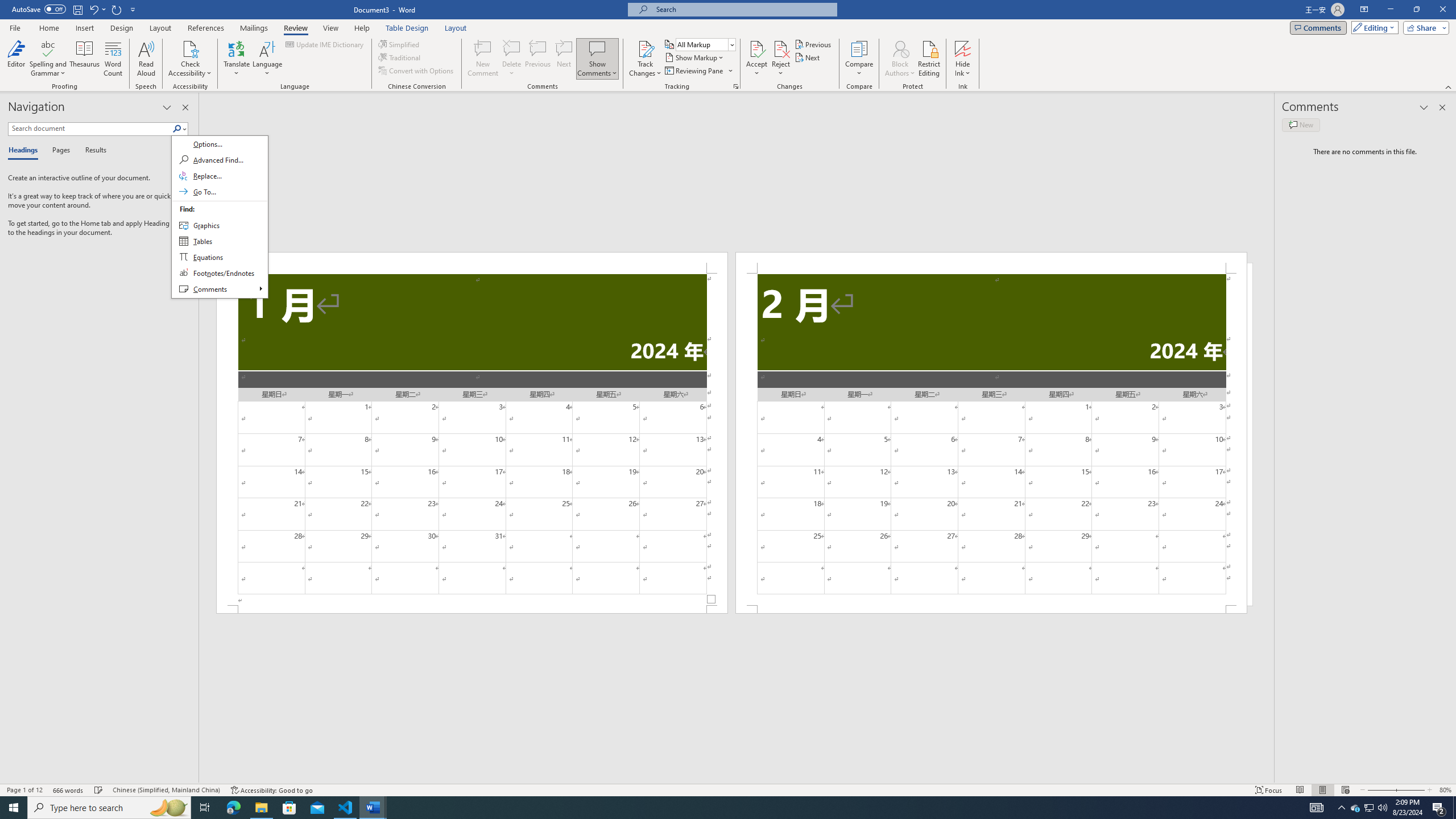 Image resolution: width=1456 pixels, height=819 pixels. What do you see at coordinates (900, 48) in the screenshot?
I see `'Block Authors'` at bounding box center [900, 48].